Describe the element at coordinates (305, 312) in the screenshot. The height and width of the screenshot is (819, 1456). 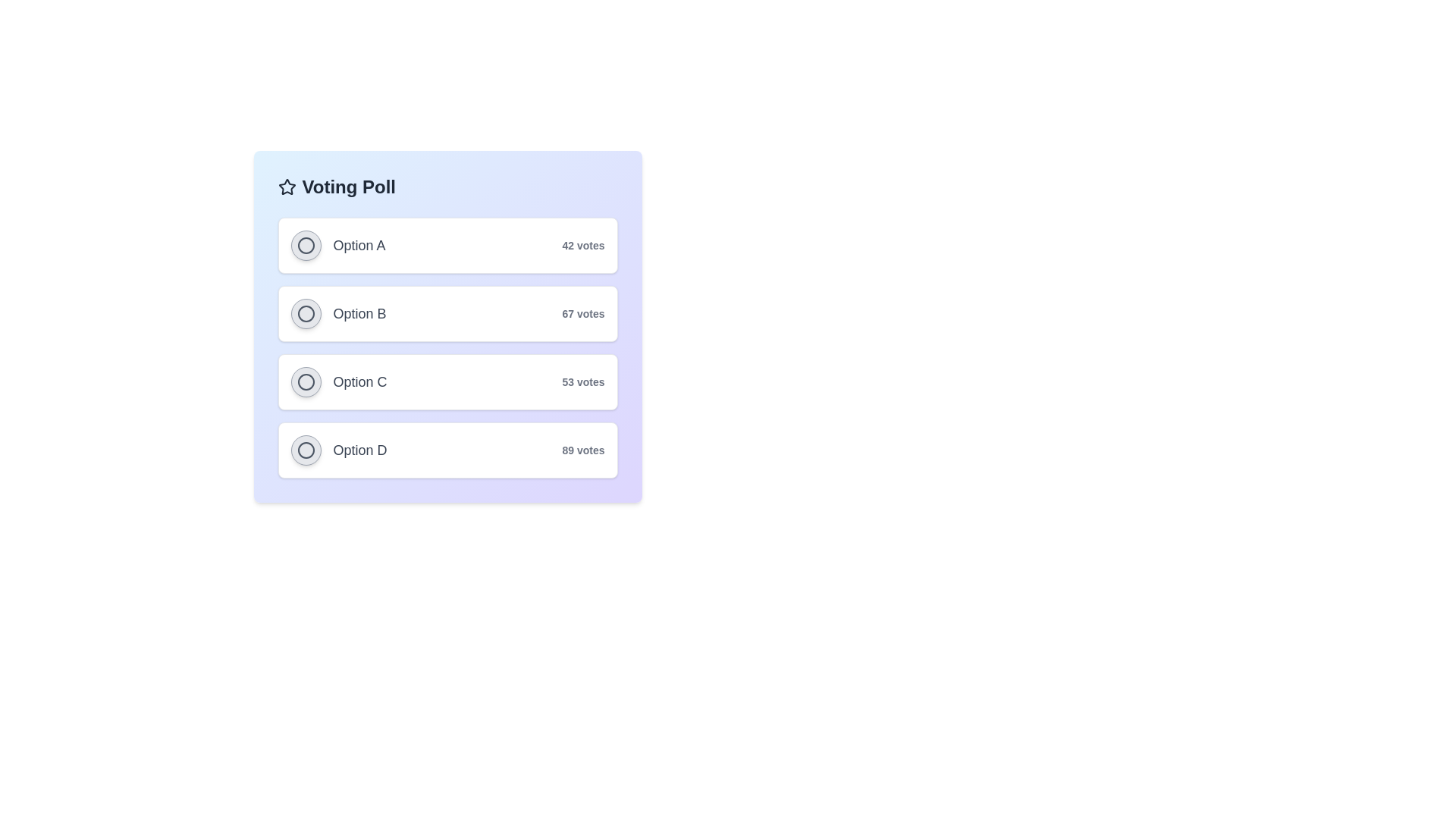
I see `the radio button for 'Option B', which is a circular light gray button with a dark gray border` at that location.